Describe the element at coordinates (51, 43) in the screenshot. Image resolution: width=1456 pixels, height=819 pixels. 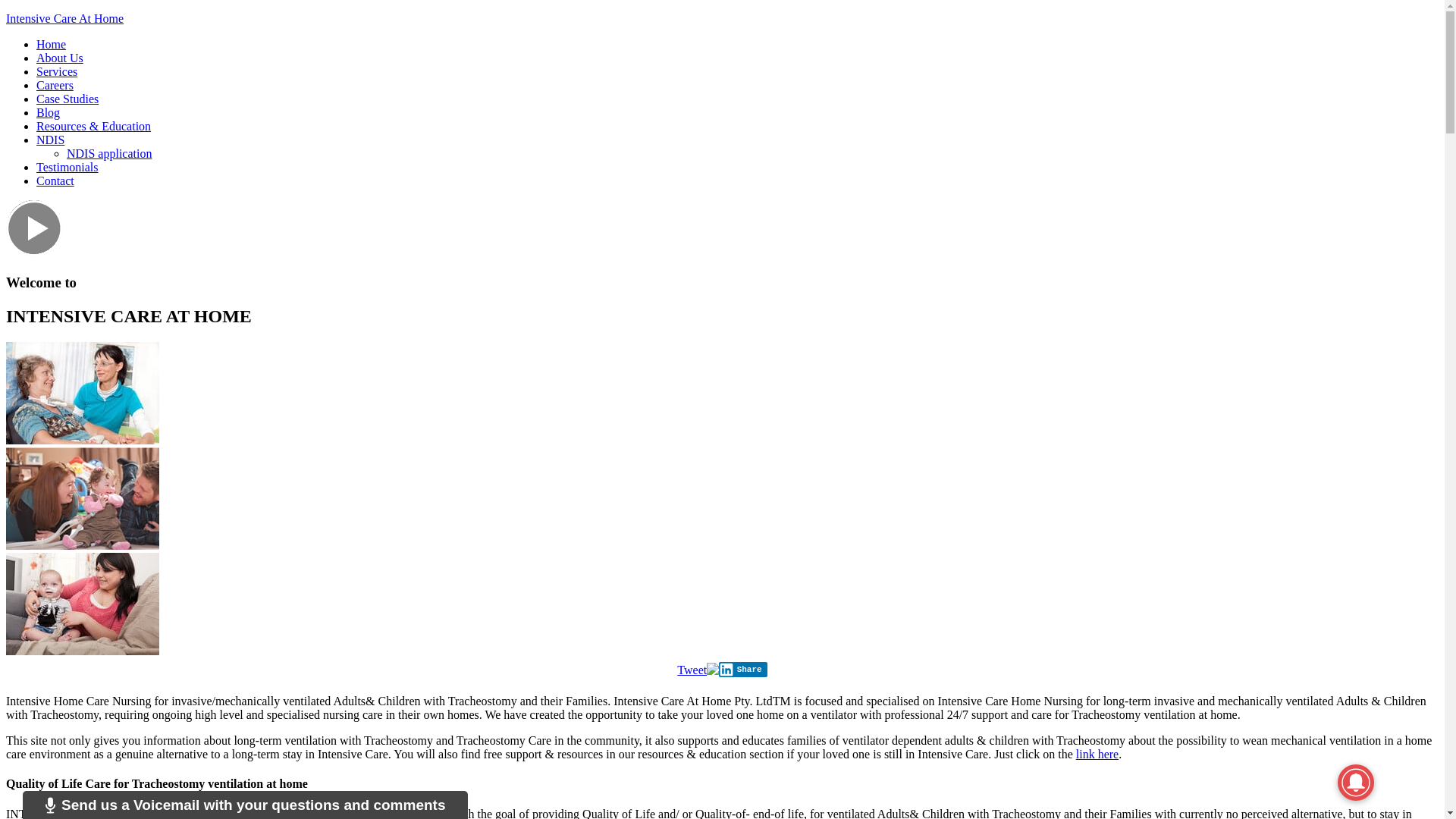
I see `'Home'` at that location.